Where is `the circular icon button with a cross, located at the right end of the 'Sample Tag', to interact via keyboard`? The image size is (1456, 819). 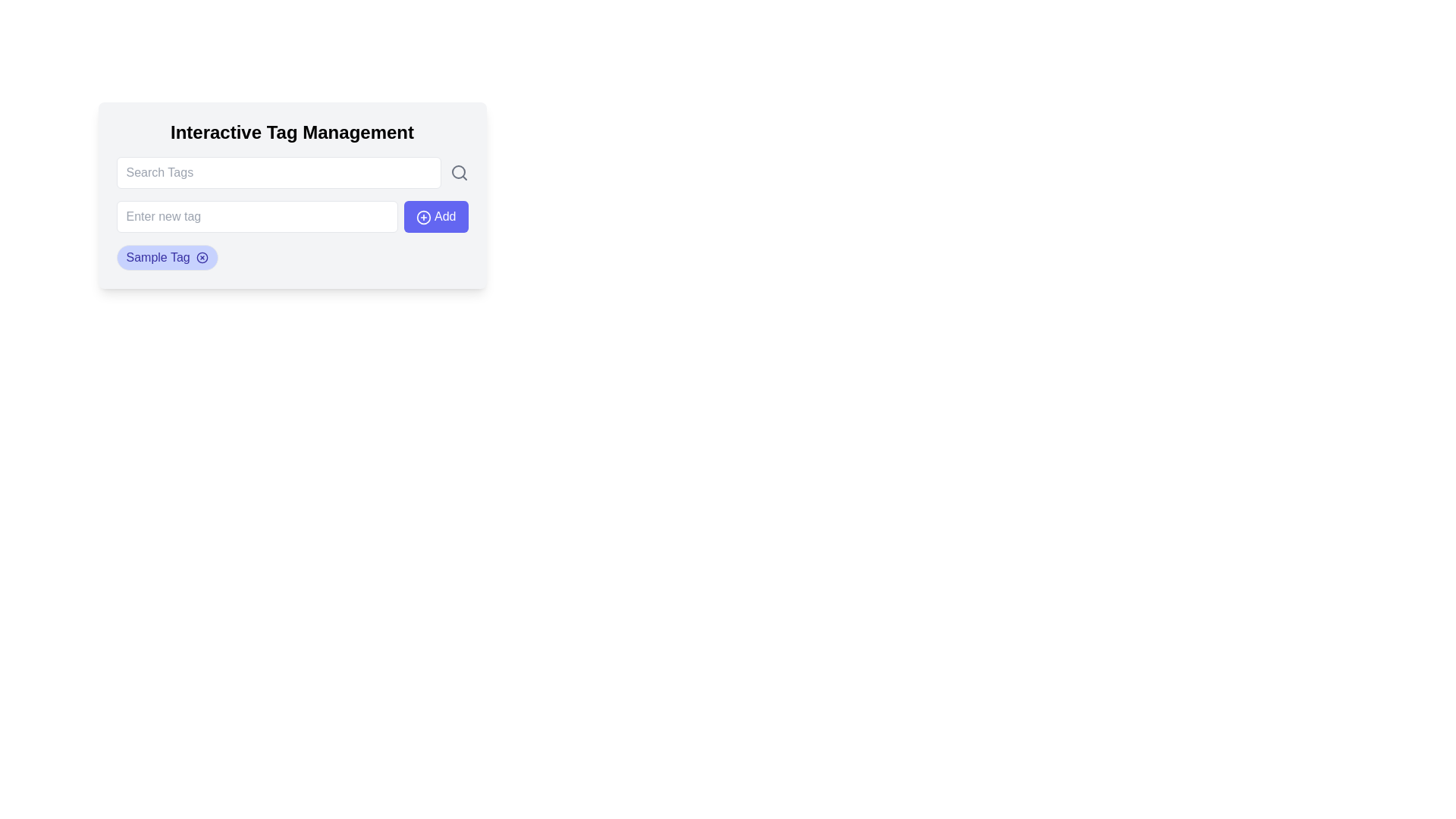
the circular icon button with a cross, located at the right end of the 'Sample Tag', to interact via keyboard is located at coordinates (201, 256).